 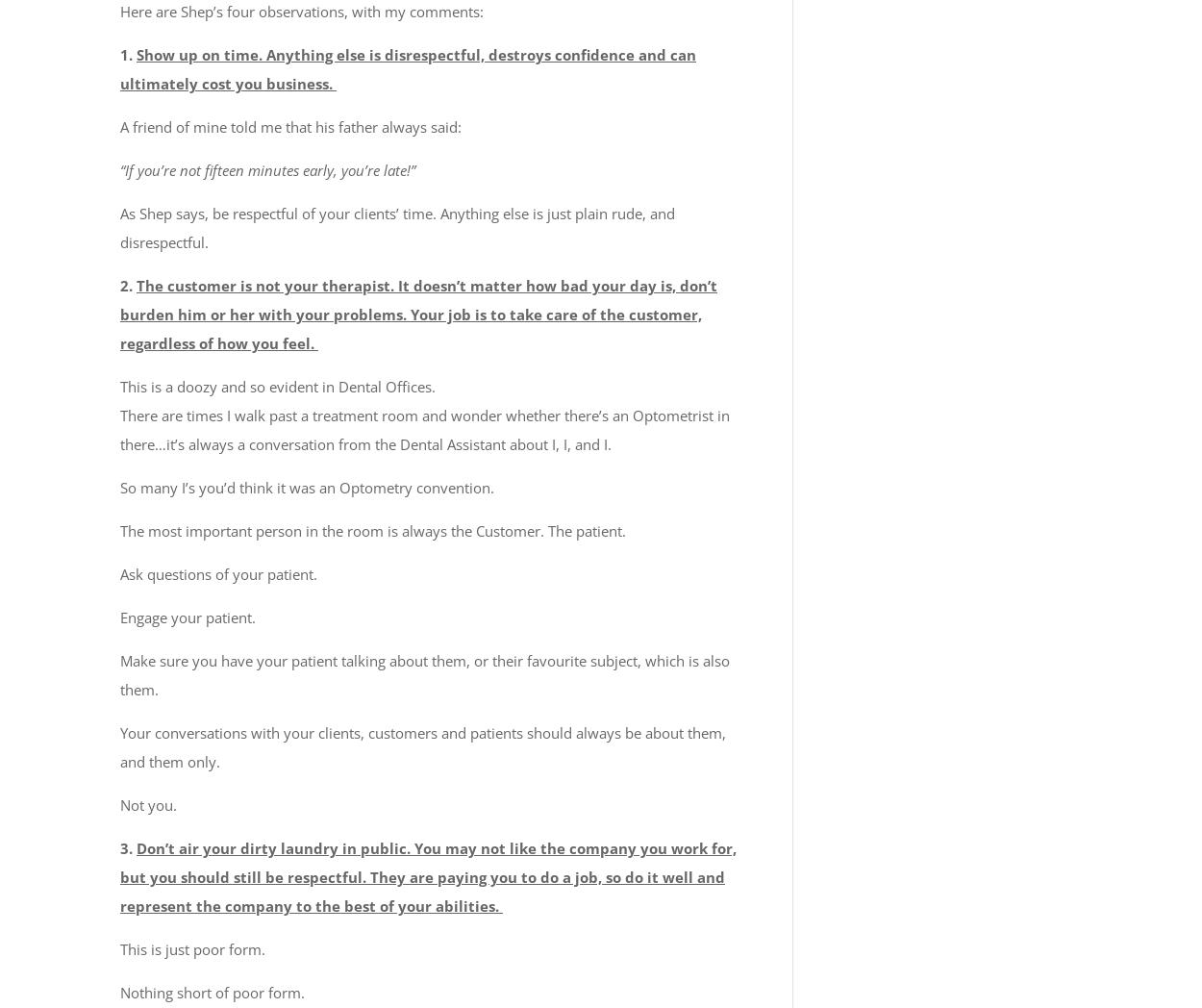 I want to click on 'Engage your patient.', so click(x=187, y=615).